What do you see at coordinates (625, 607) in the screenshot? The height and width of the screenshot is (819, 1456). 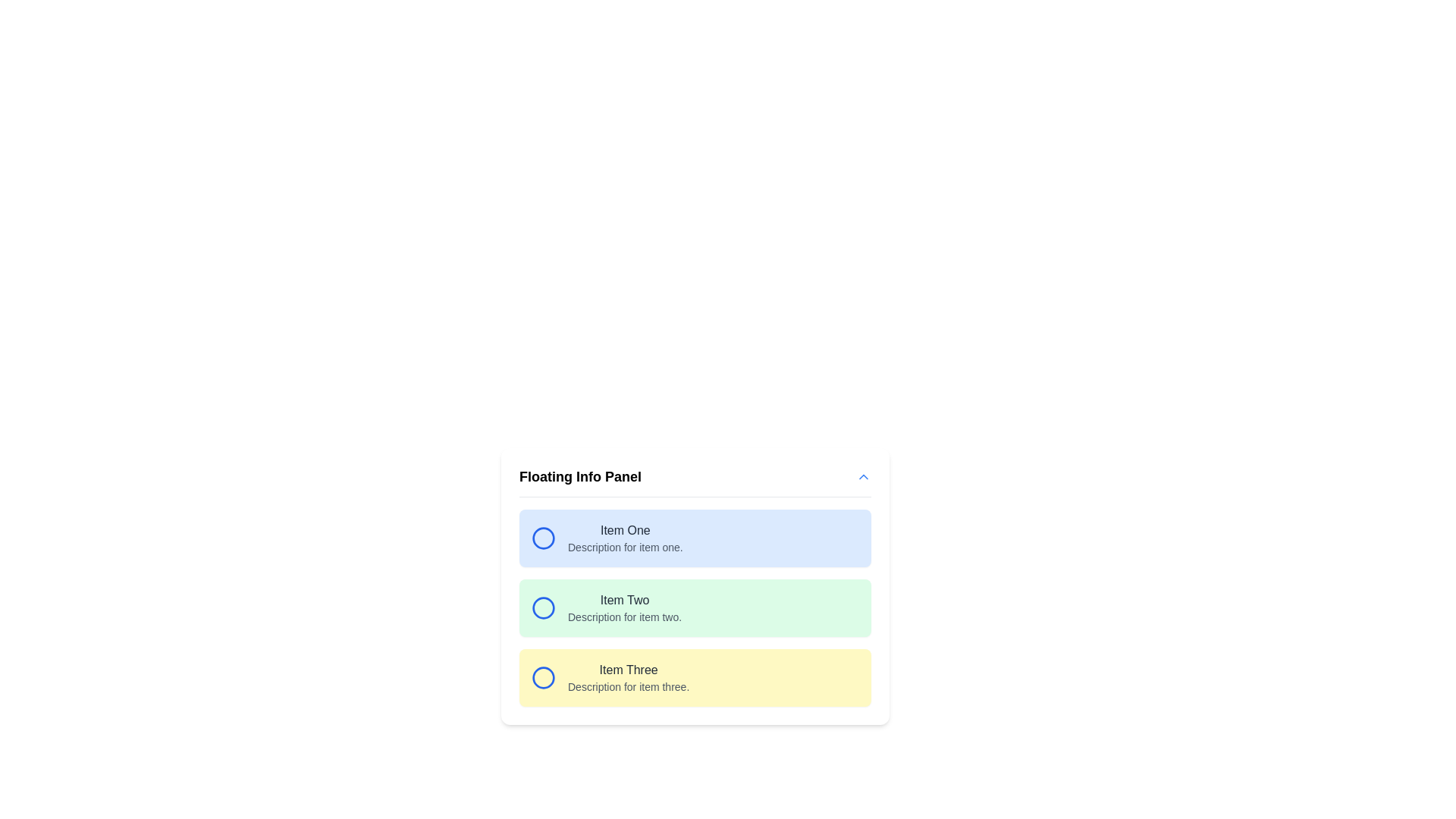 I see `the Text block titled 'Item Two' with a description 'Description for item two.' in the 'Floating Info Panel'` at bounding box center [625, 607].